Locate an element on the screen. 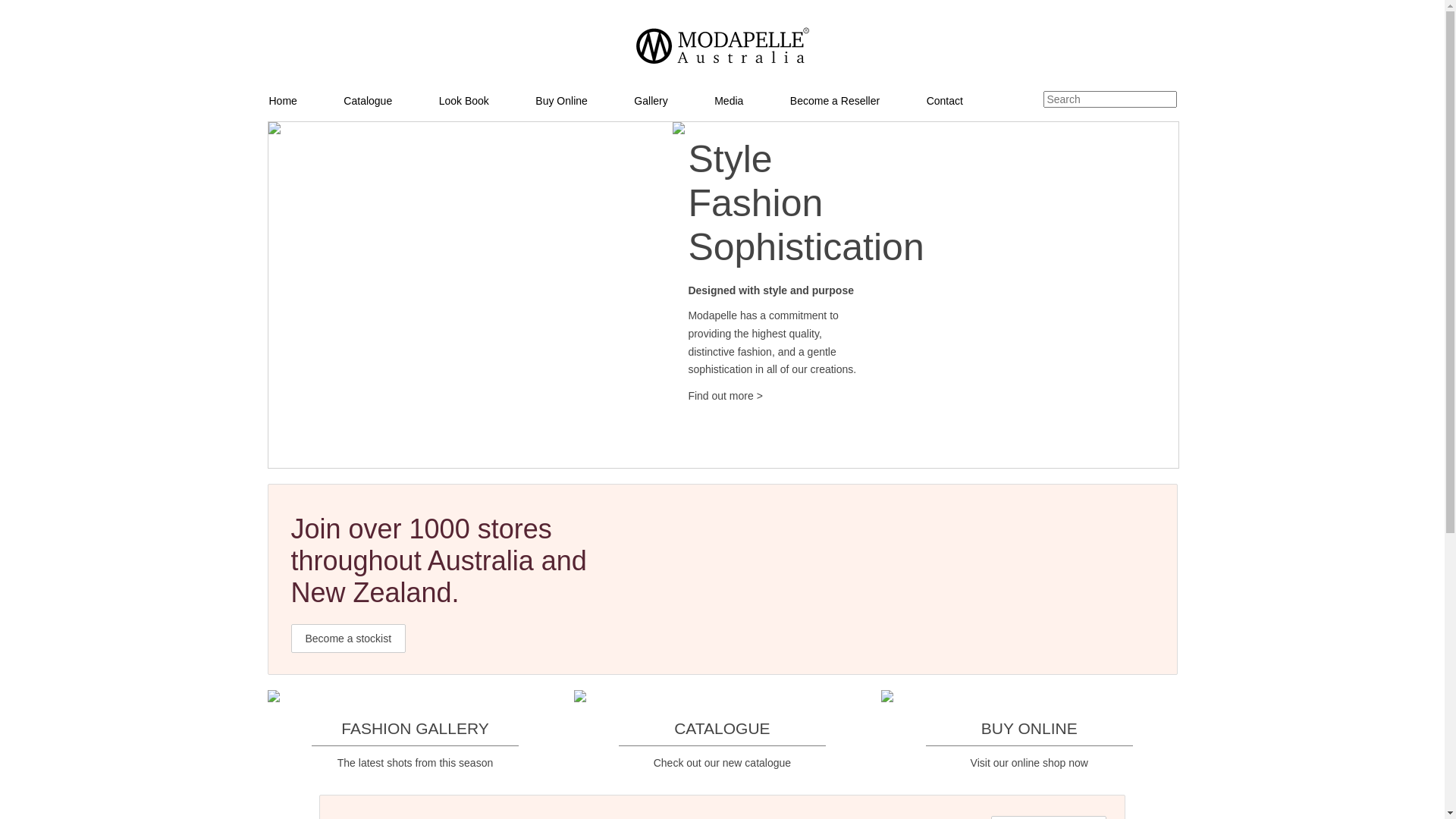 The width and height of the screenshot is (1456, 819). 'CATALOGUE is located at coordinates (573, 728).